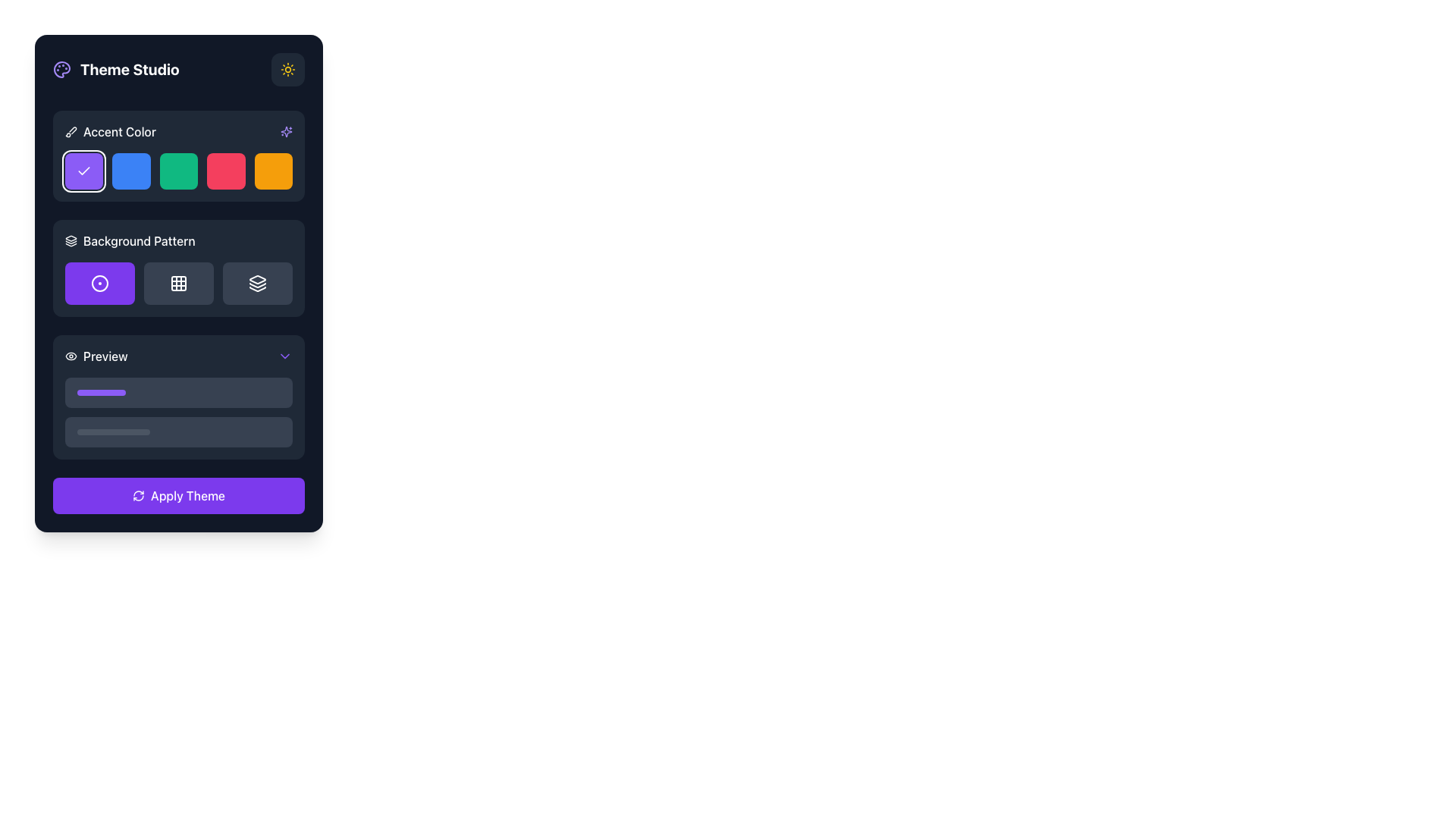  I want to click on the second icon representing a layered structure in the 'Background Pattern' section, so click(258, 284).